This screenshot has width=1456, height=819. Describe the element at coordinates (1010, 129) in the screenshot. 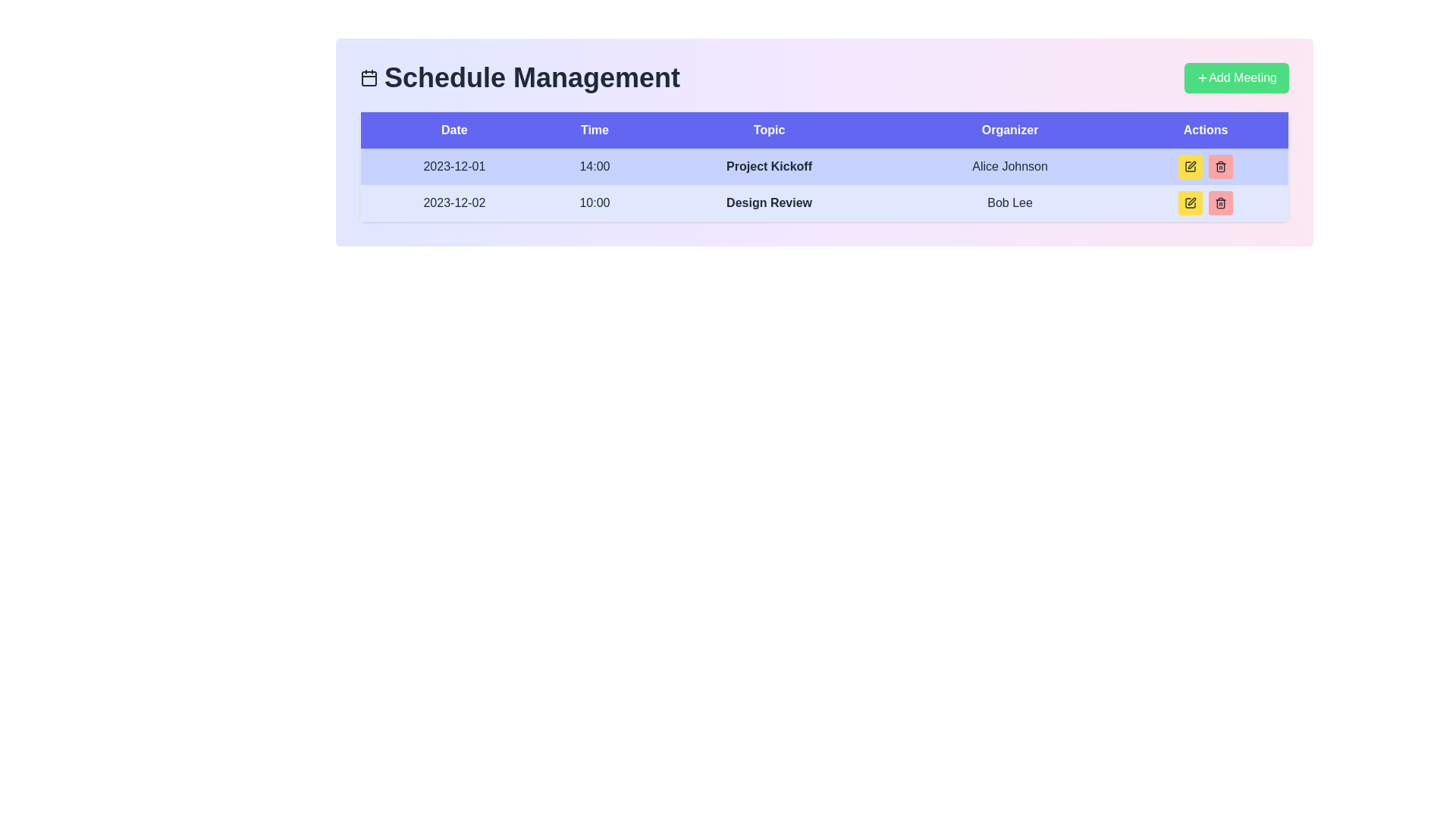

I see `text of the Header label indicating the organizer of the events, which is the fourth column header in the table, positioned between 'Topic' and 'Actions'` at that location.